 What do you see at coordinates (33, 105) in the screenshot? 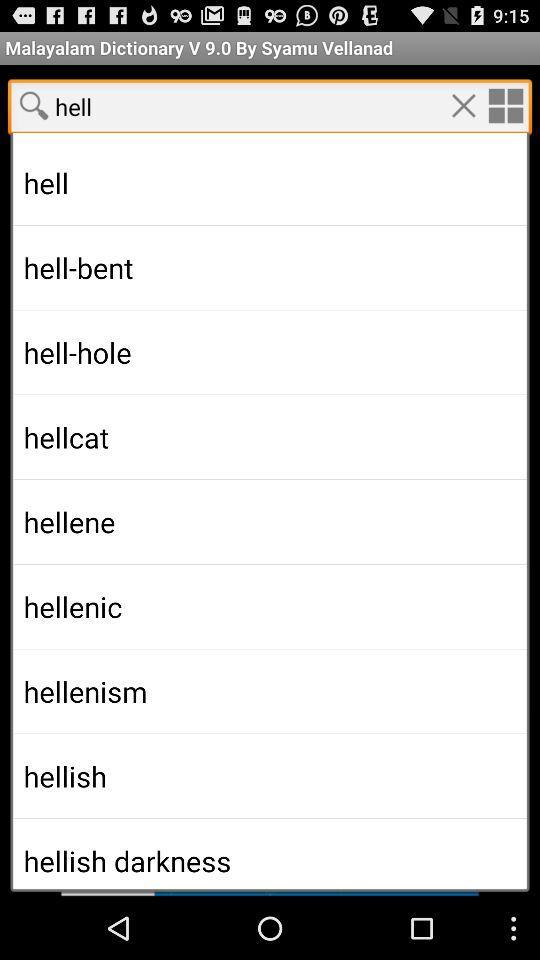
I see `serch` at bounding box center [33, 105].